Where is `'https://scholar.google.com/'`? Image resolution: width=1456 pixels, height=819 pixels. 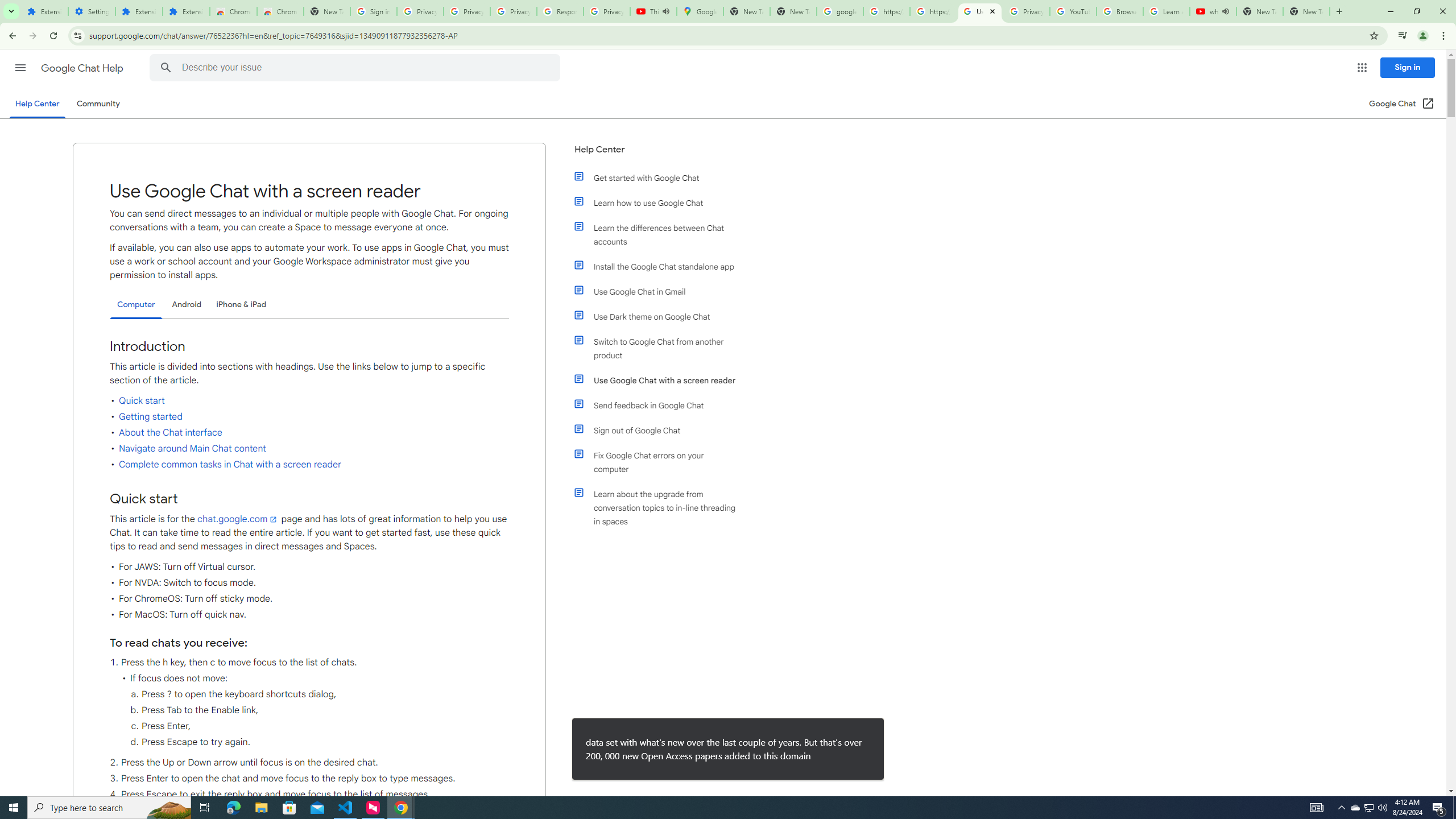 'https://scholar.google.com/' is located at coordinates (932, 11).